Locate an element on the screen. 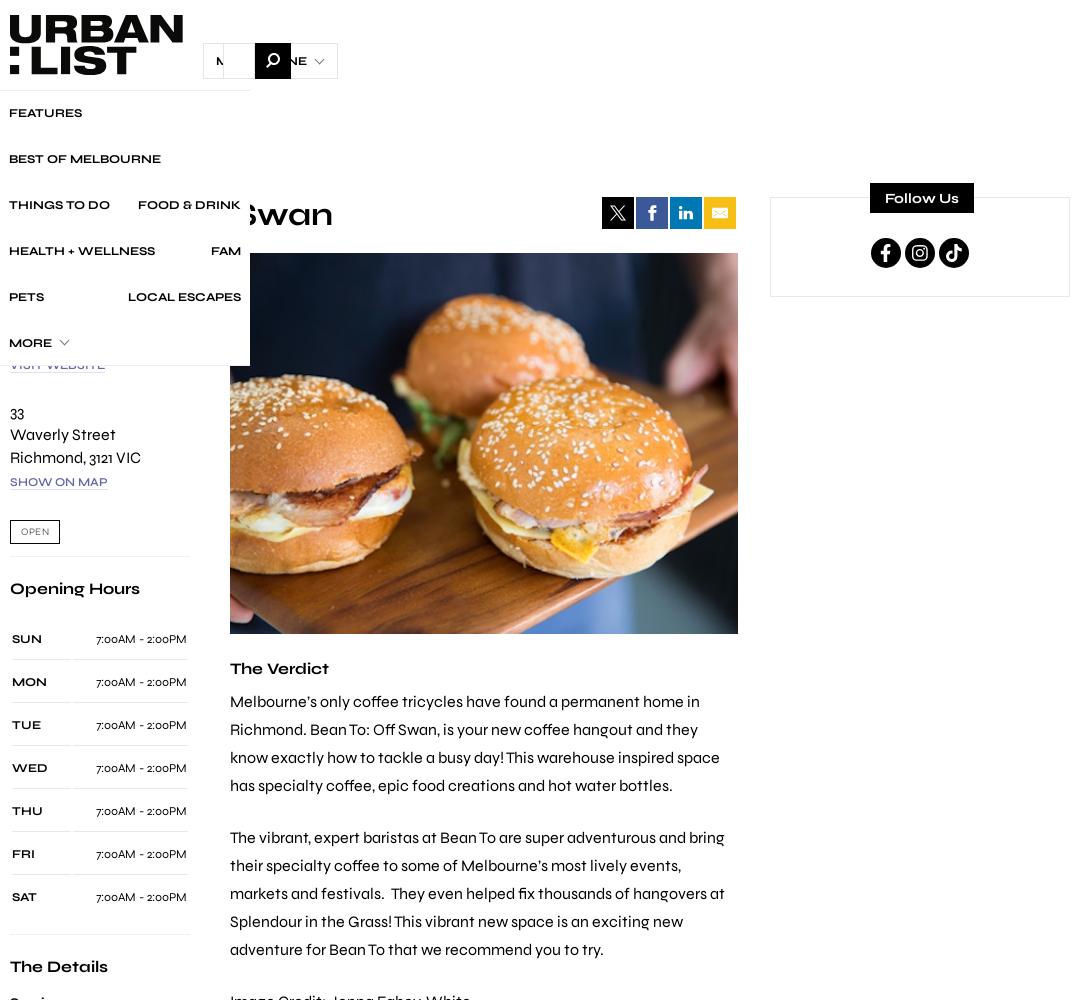  'WED' is located at coordinates (11, 767).